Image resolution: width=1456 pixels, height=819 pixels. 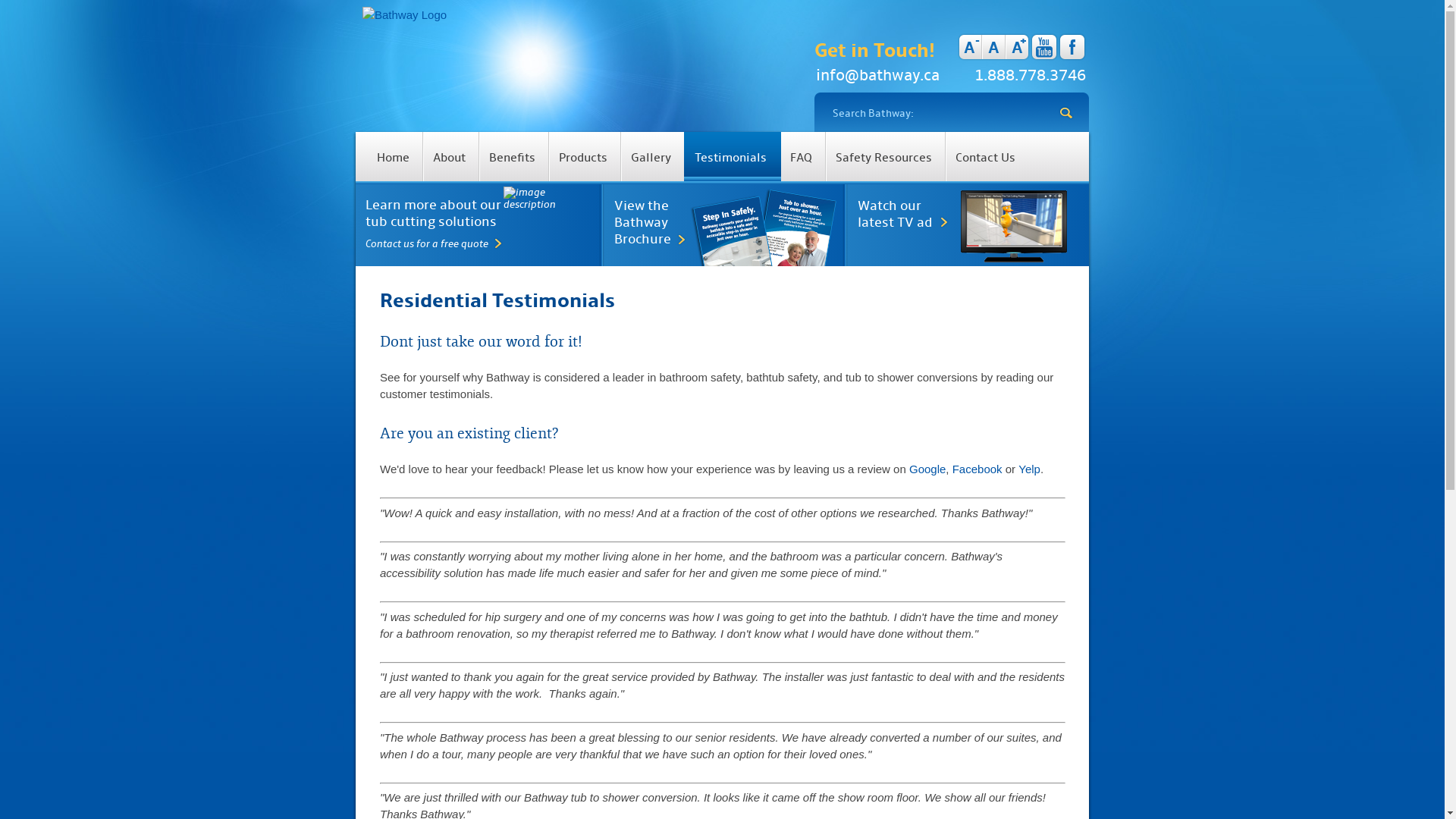 What do you see at coordinates (1006, 45) in the screenshot?
I see `'A` at bounding box center [1006, 45].